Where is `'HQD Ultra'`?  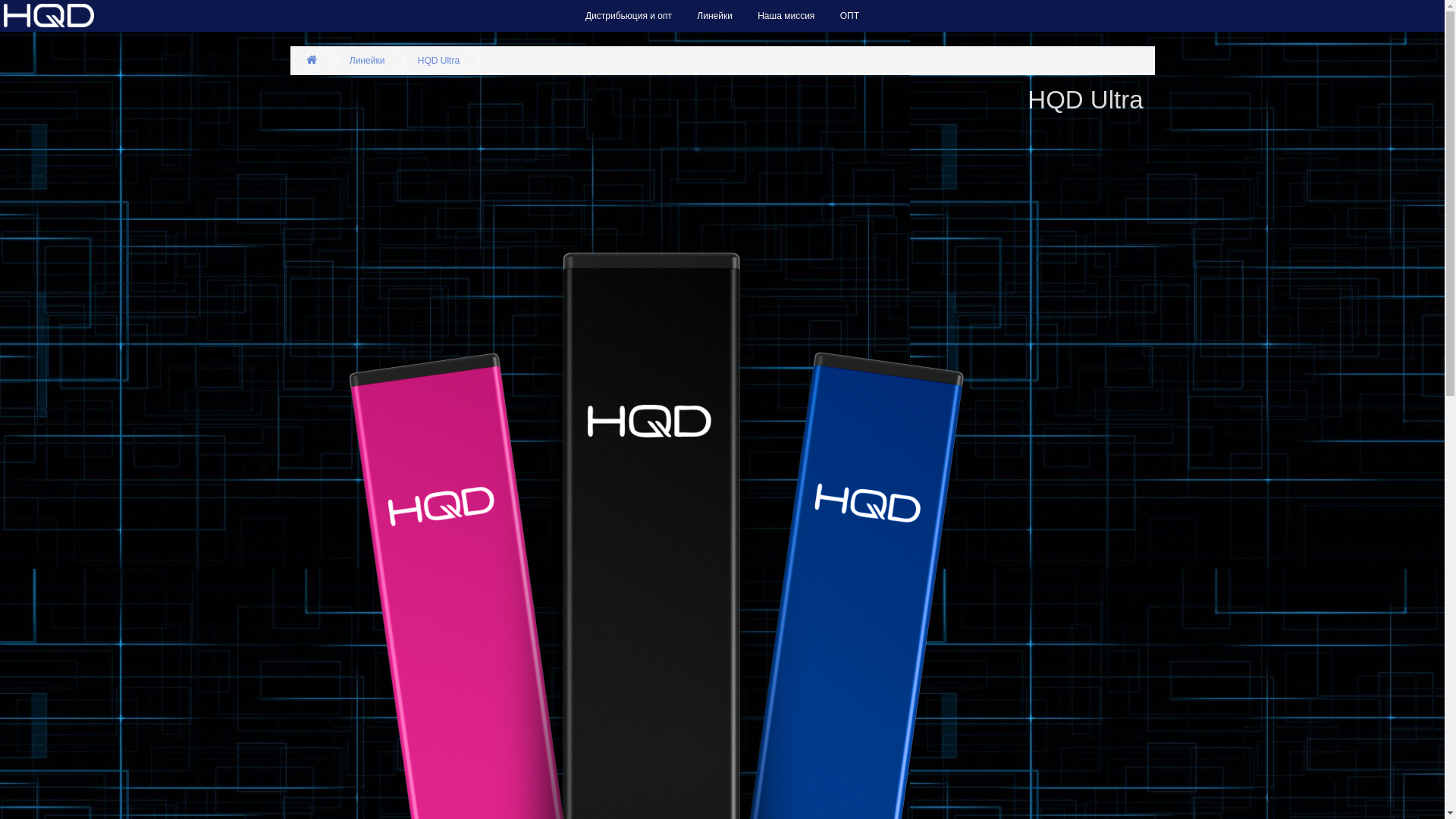 'HQD Ultra' is located at coordinates (438, 60).